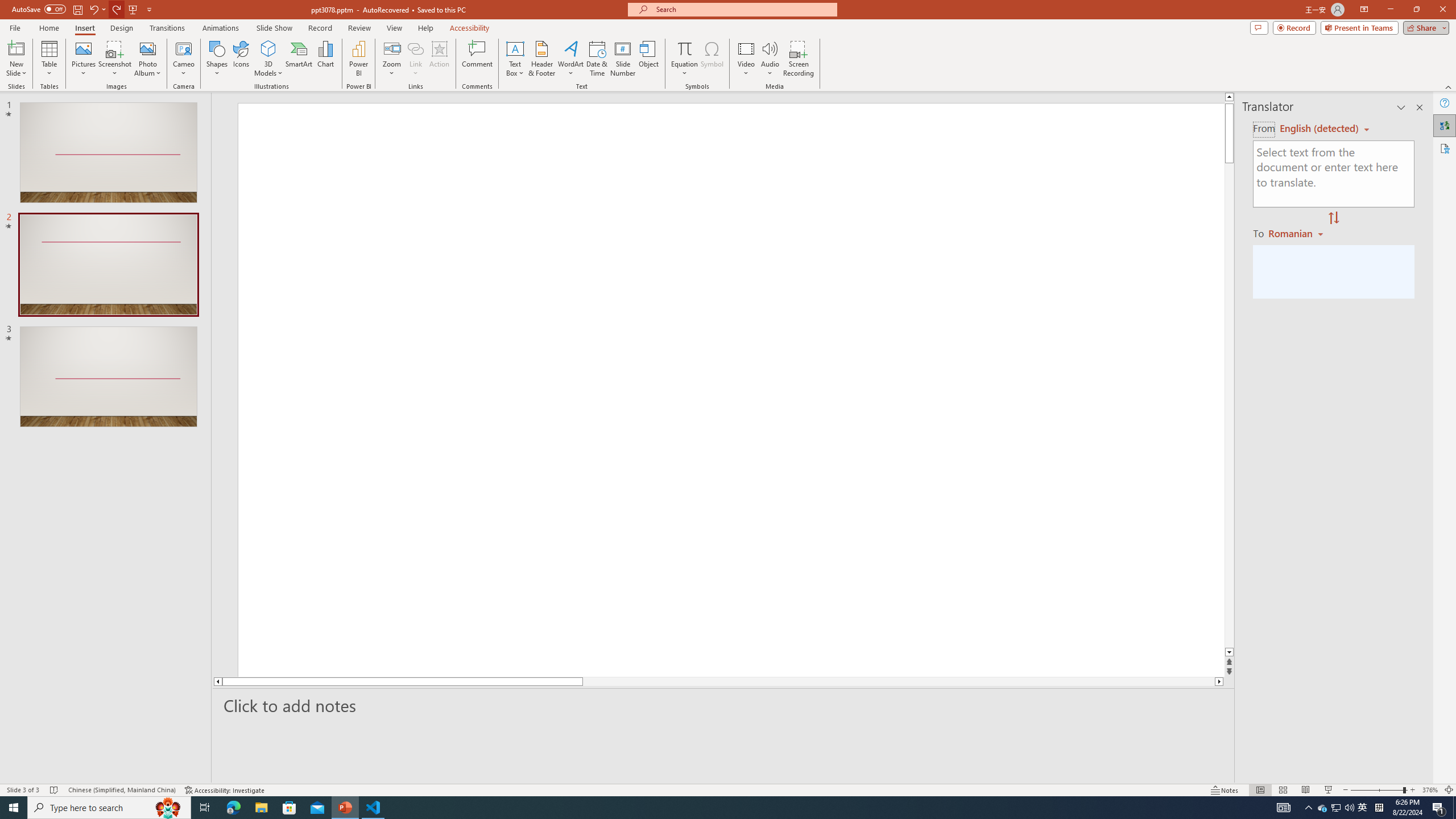 This screenshot has width=1456, height=819. What do you see at coordinates (114, 59) in the screenshot?
I see `'Screenshot'` at bounding box center [114, 59].